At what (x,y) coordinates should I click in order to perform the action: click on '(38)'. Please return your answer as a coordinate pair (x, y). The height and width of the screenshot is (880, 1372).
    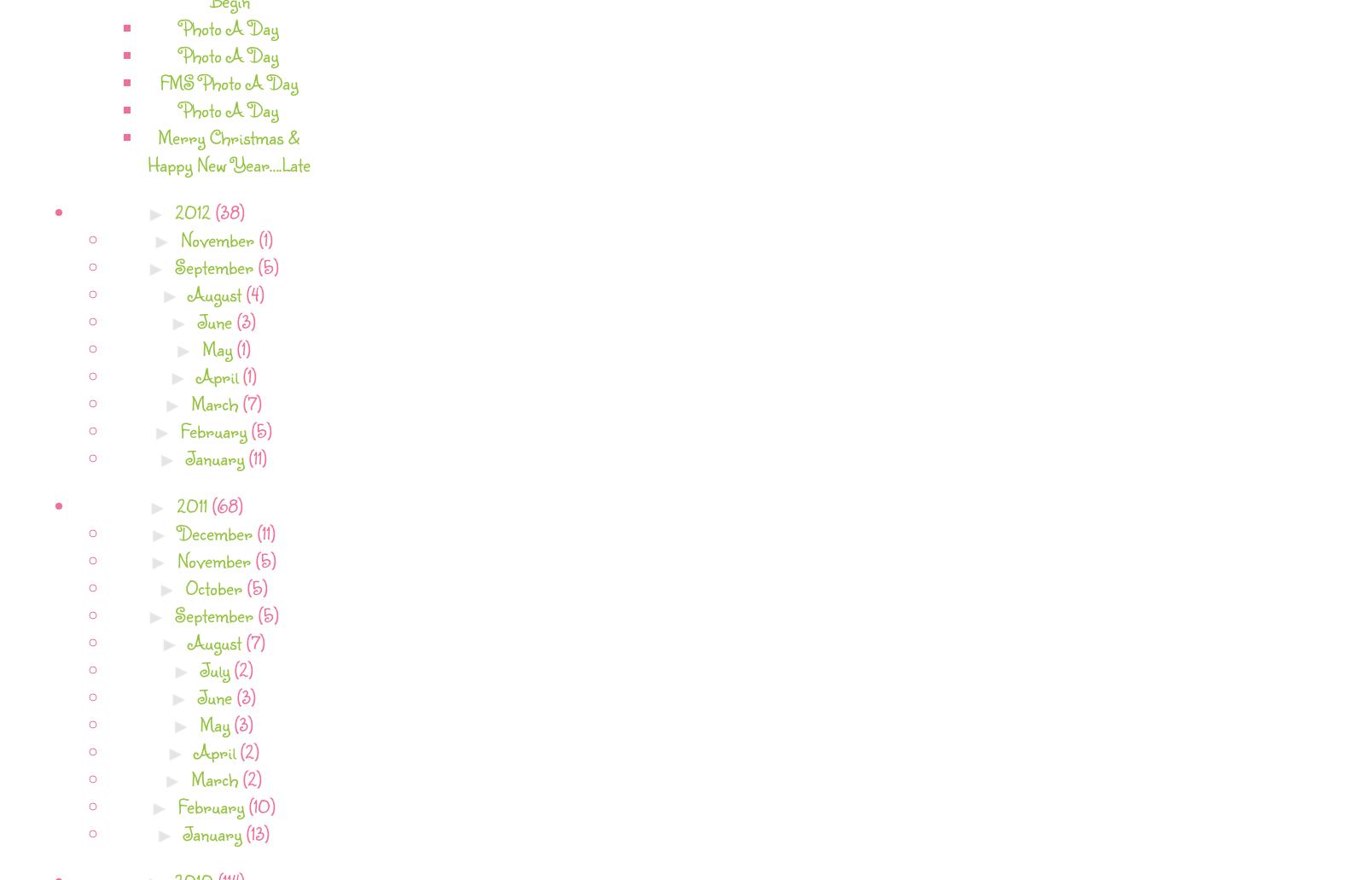
    Looking at the image, I should click on (229, 211).